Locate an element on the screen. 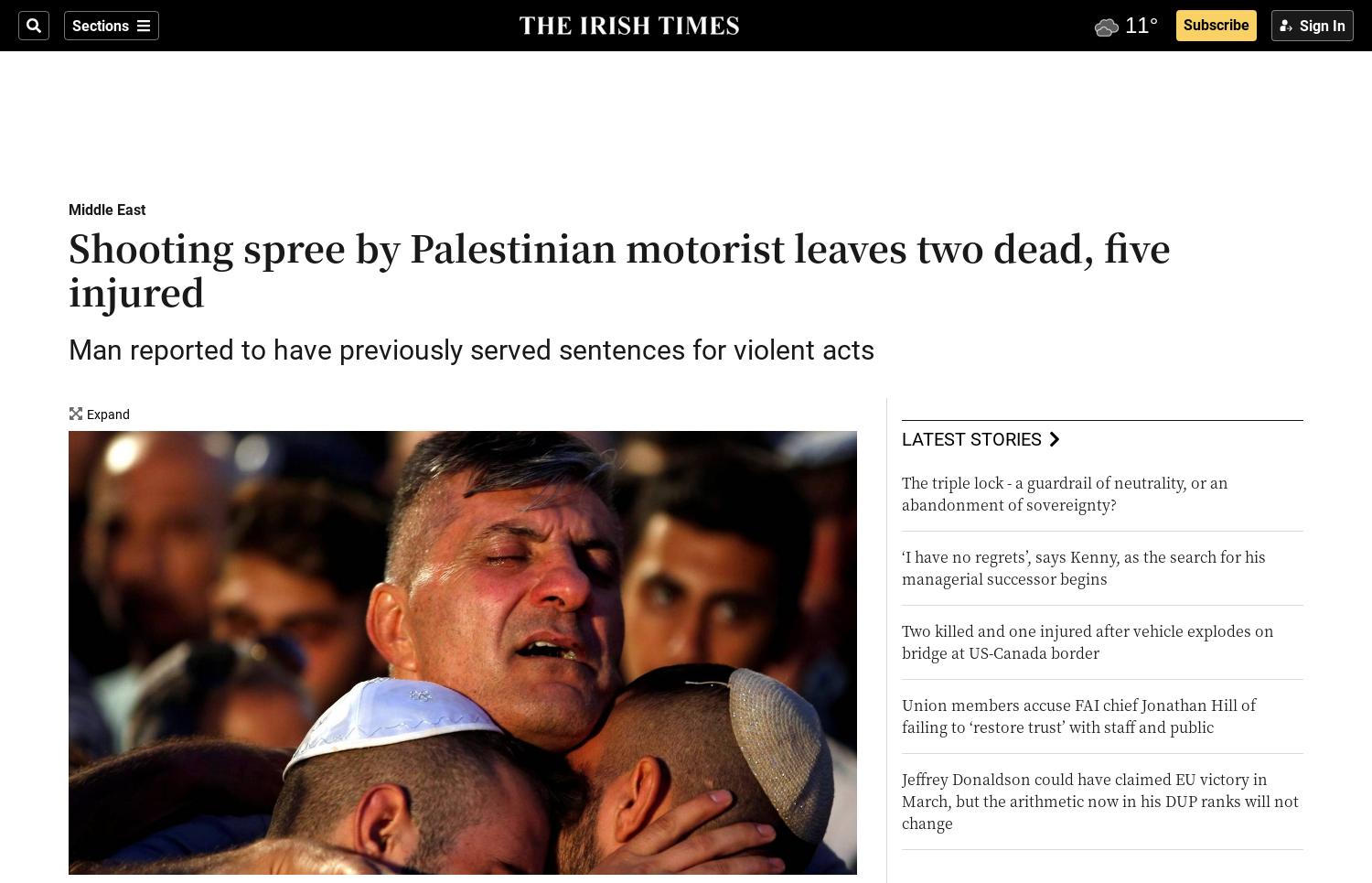  'Sign In' is located at coordinates (1322, 24).